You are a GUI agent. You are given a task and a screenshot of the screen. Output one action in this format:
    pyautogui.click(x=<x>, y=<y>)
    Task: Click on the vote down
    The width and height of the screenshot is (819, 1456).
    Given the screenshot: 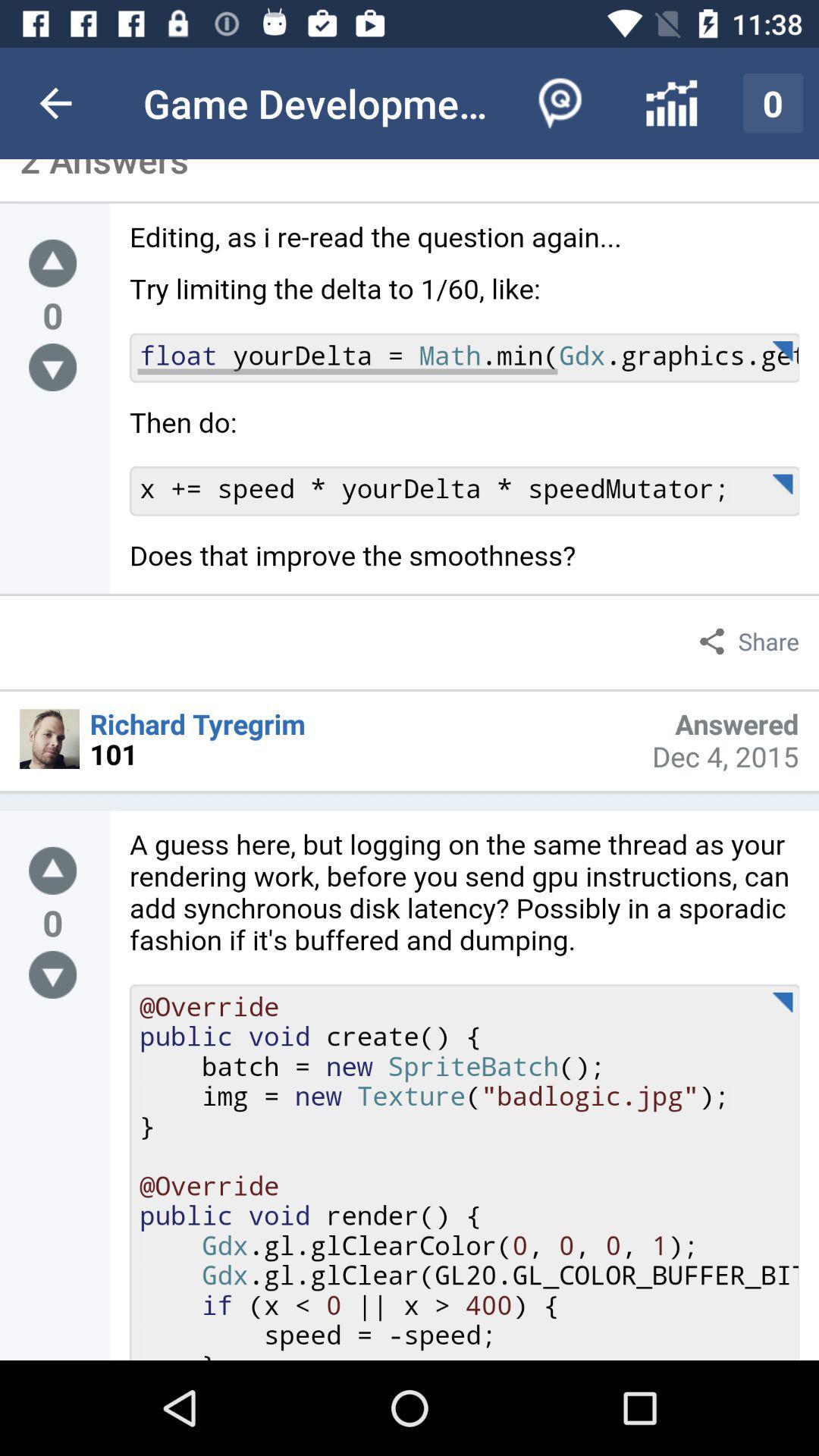 What is the action you would take?
    pyautogui.click(x=52, y=367)
    